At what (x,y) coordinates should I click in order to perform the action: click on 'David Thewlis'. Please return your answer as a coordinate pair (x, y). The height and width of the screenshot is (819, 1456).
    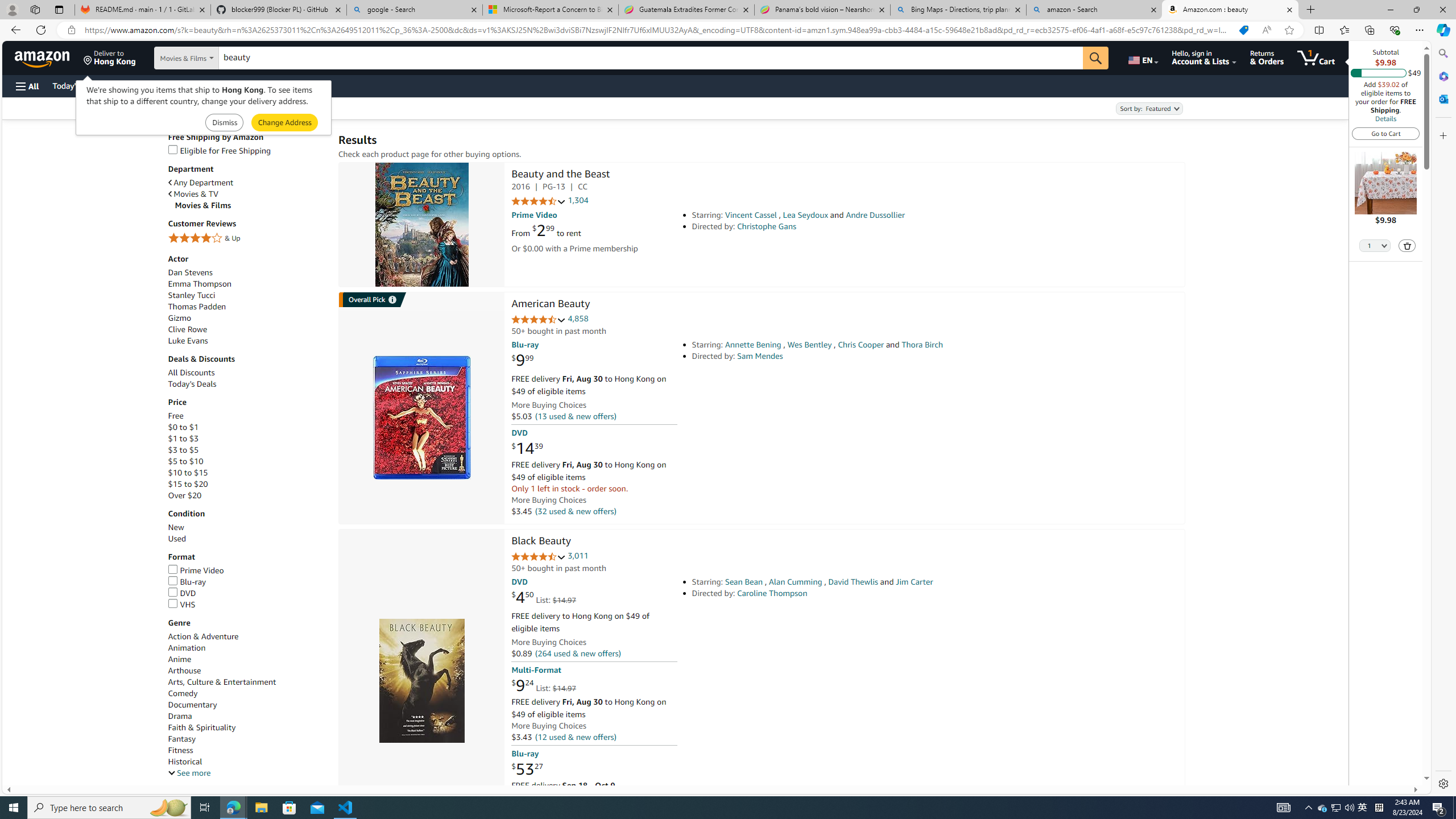
    Looking at the image, I should click on (853, 581).